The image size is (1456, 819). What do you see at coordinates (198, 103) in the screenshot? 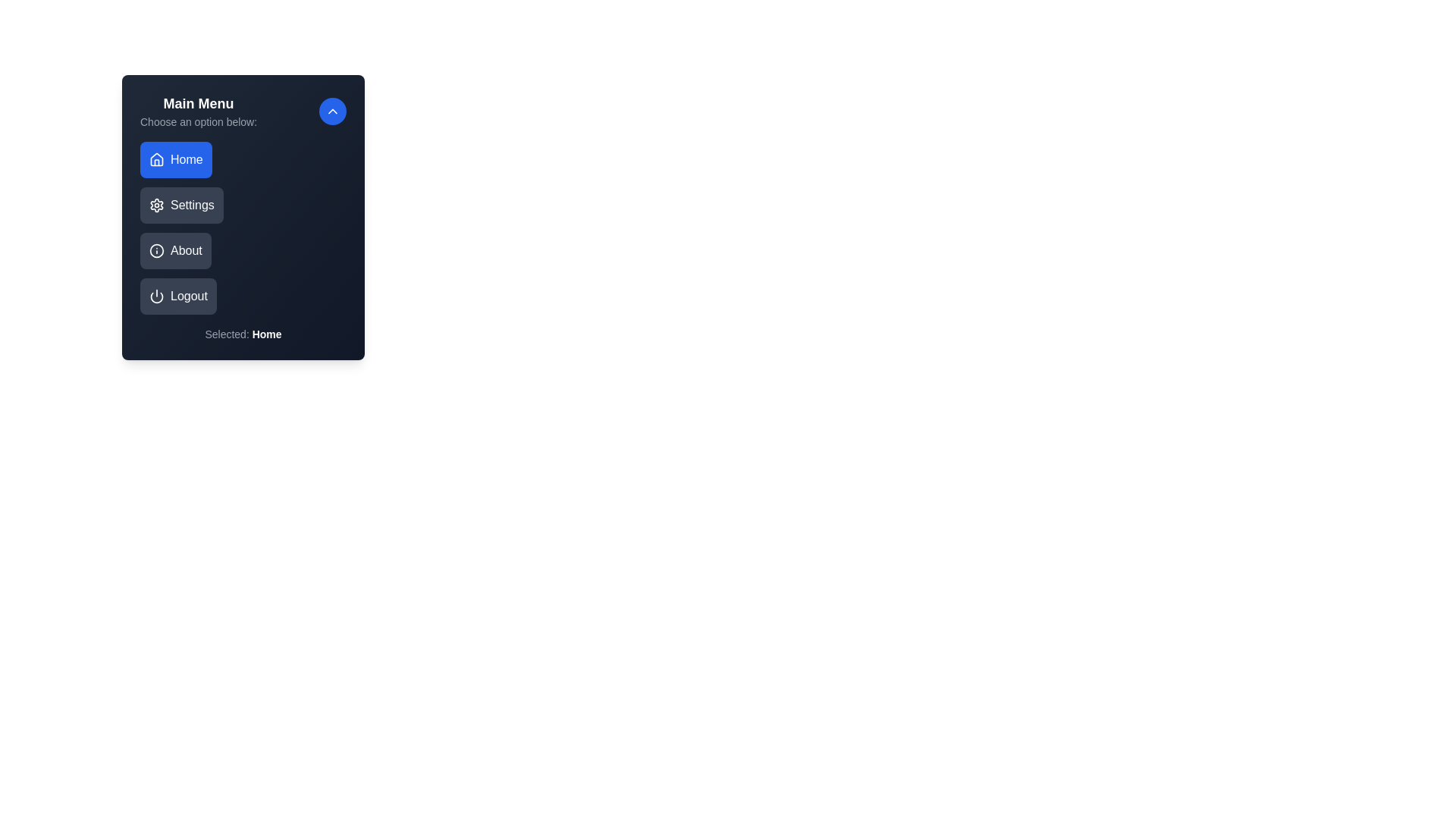
I see `text label that serves as the title for the dark-themed vertical menu, positioned above the subtitle 'Choose an option below:' and other menu options` at bounding box center [198, 103].